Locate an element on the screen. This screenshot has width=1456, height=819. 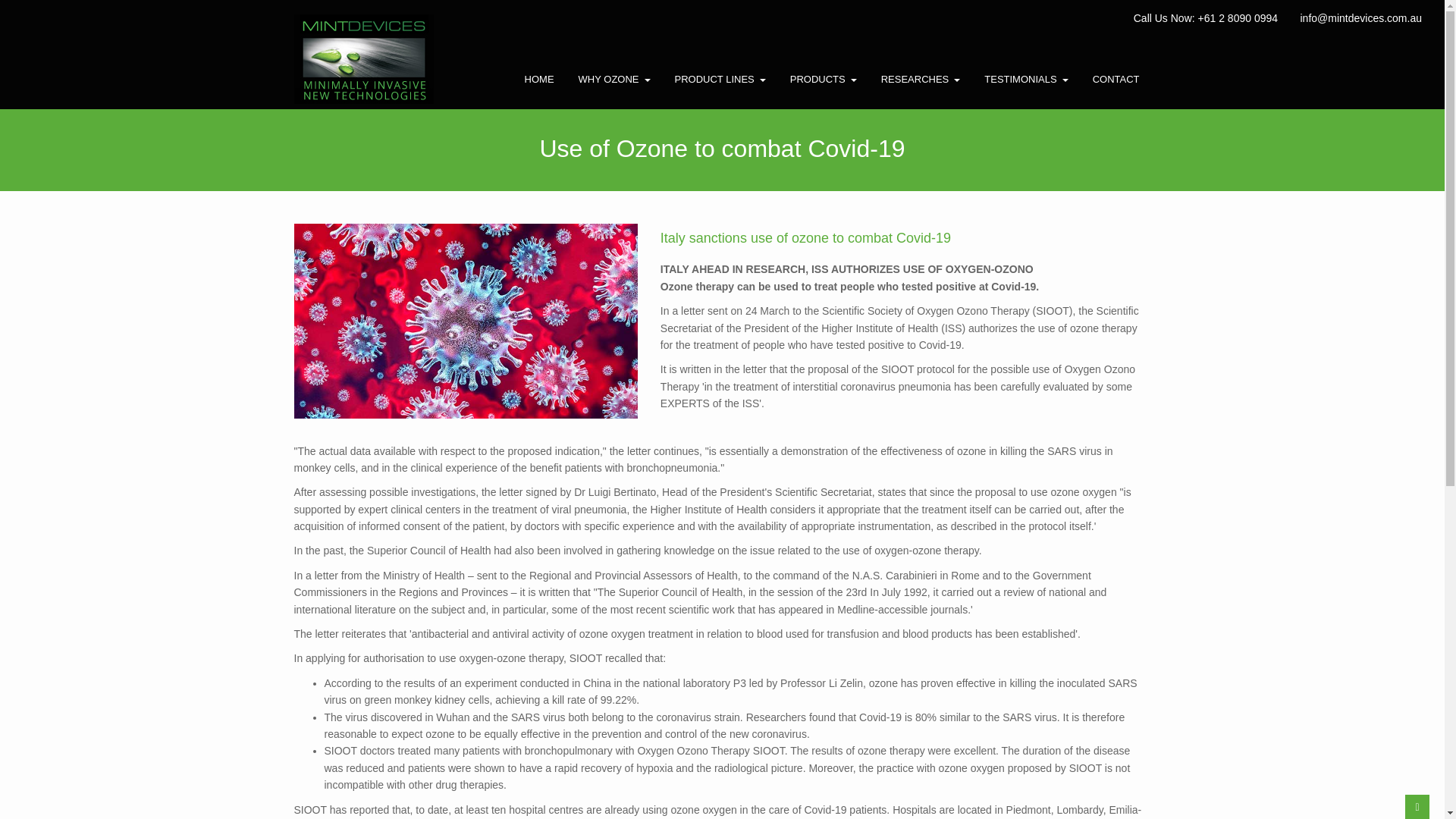
'CONTACT' is located at coordinates (1116, 80).